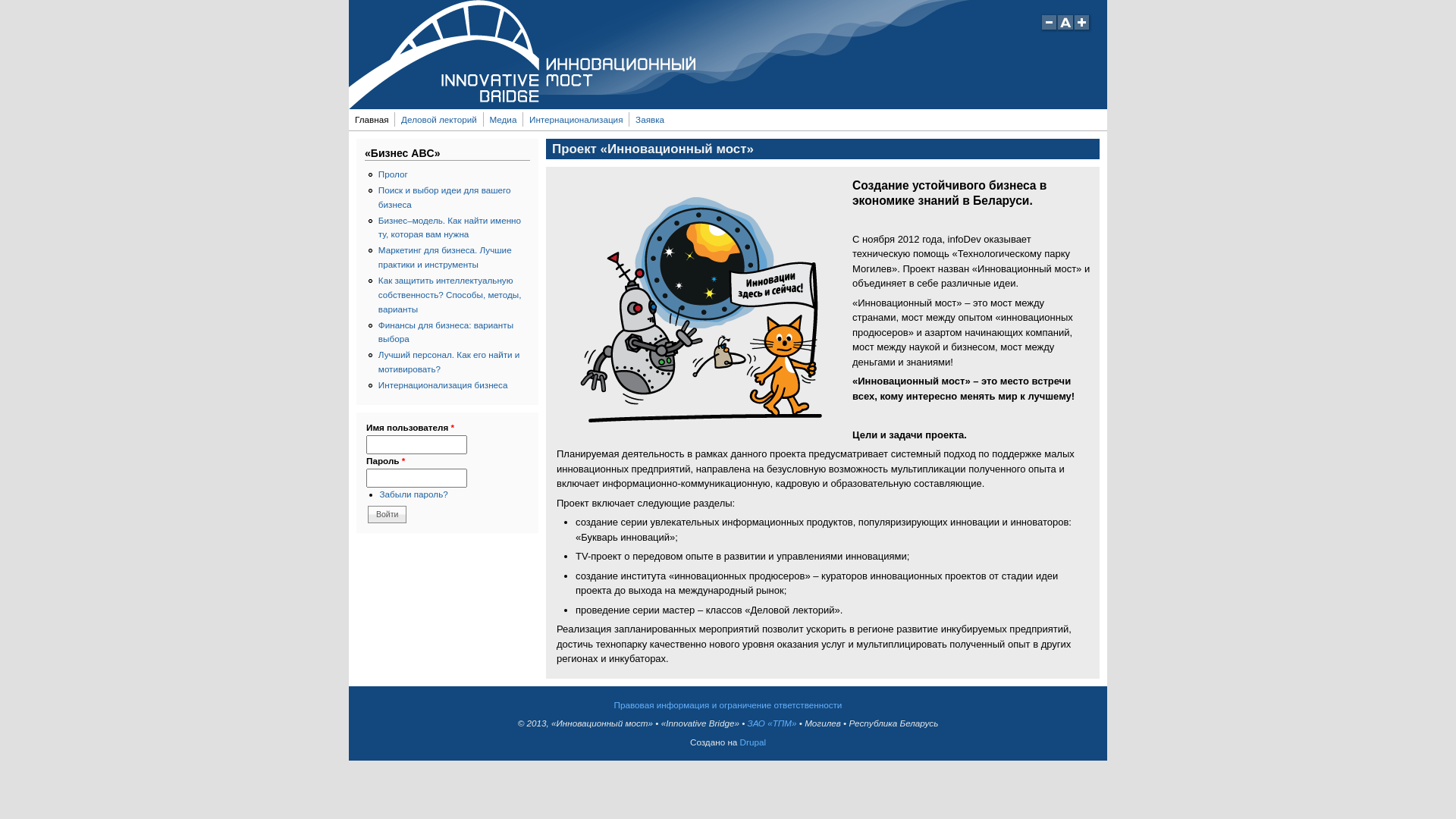 This screenshot has height=819, width=1456. I want to click on 'Decrease text size', so click(1047, 29).